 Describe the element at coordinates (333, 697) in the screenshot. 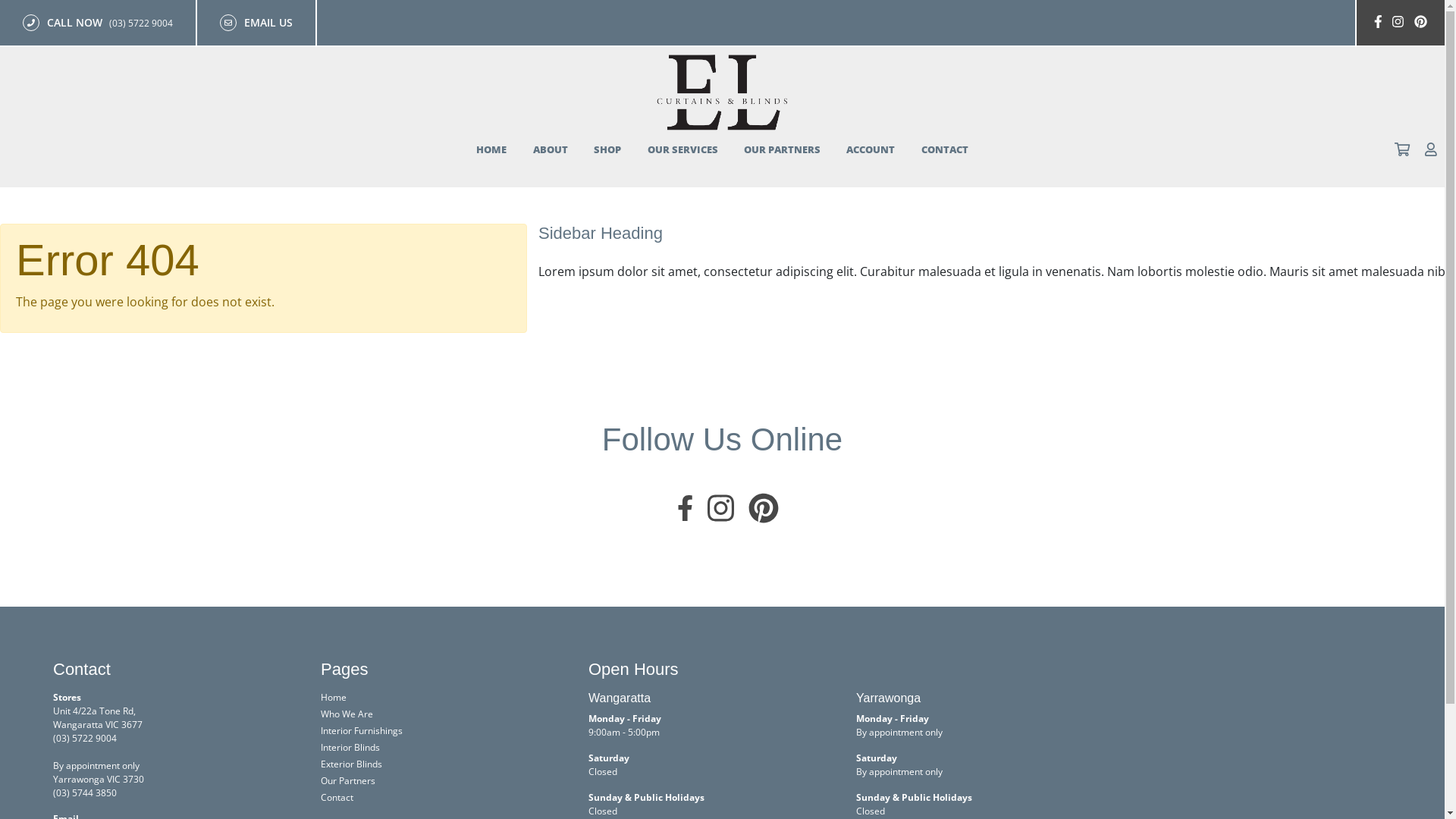

I see `'Home'` at that location.